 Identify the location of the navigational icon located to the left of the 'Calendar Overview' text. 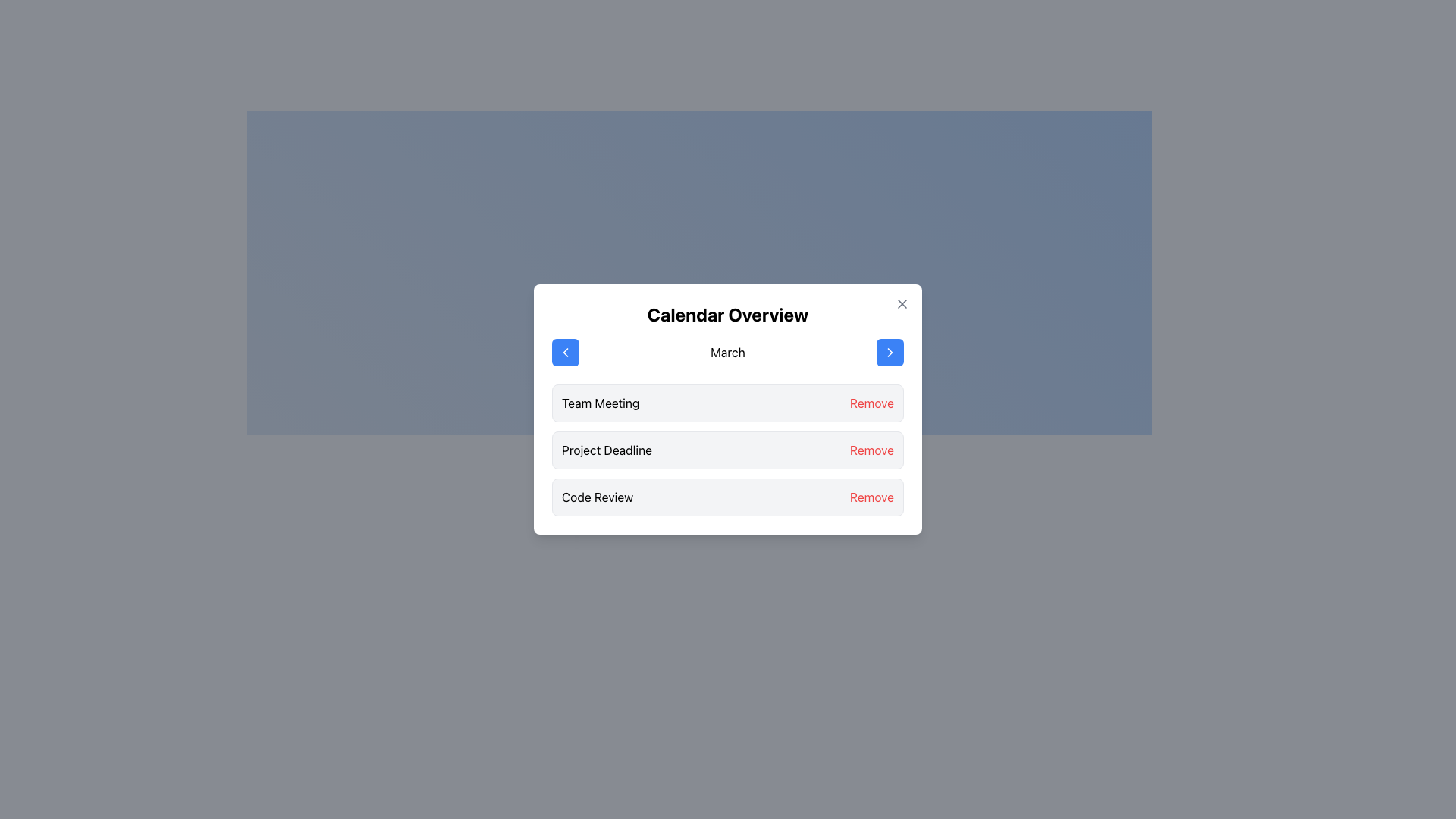
(564, 353).